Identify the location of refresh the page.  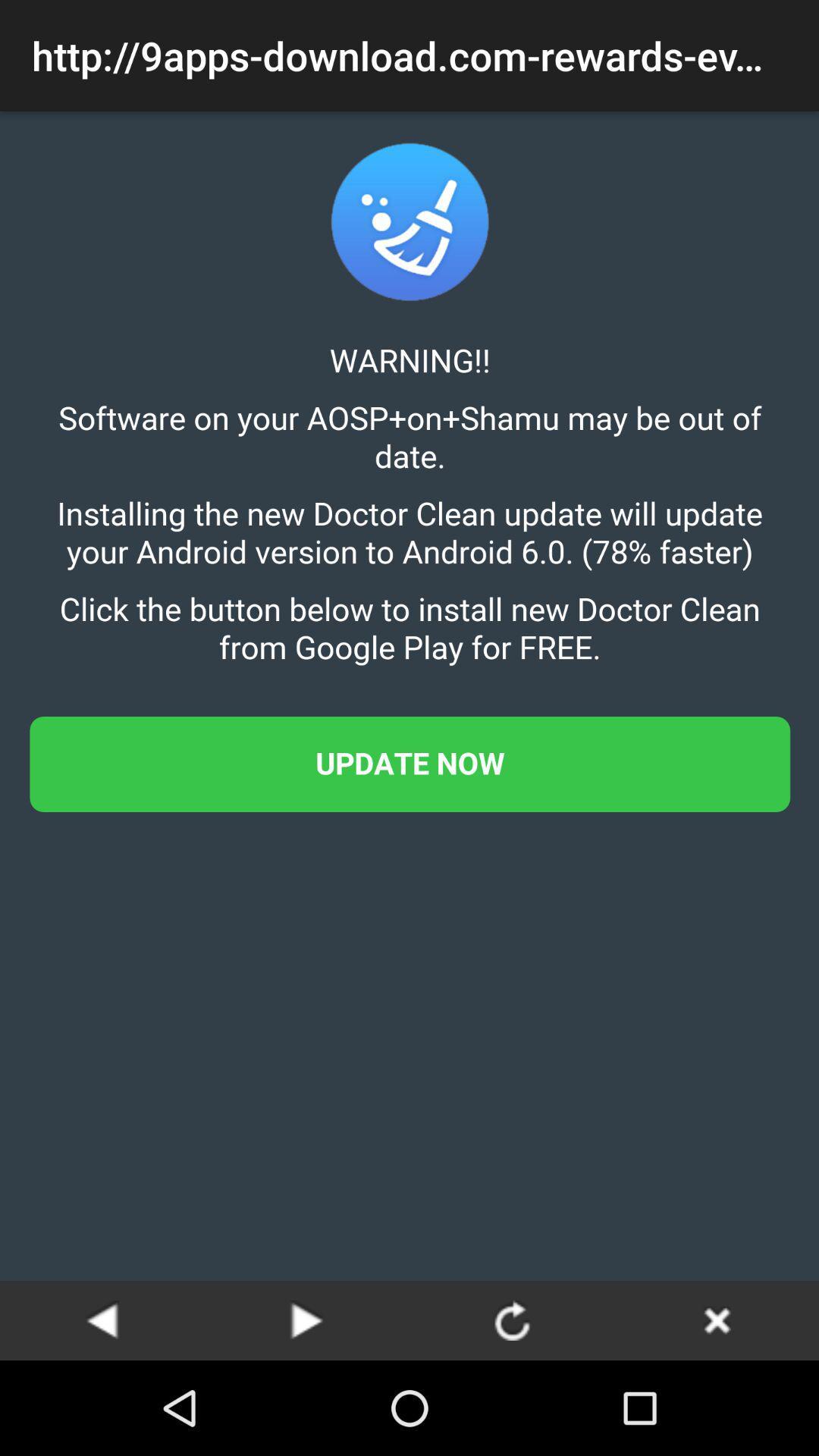
(512, 1319).